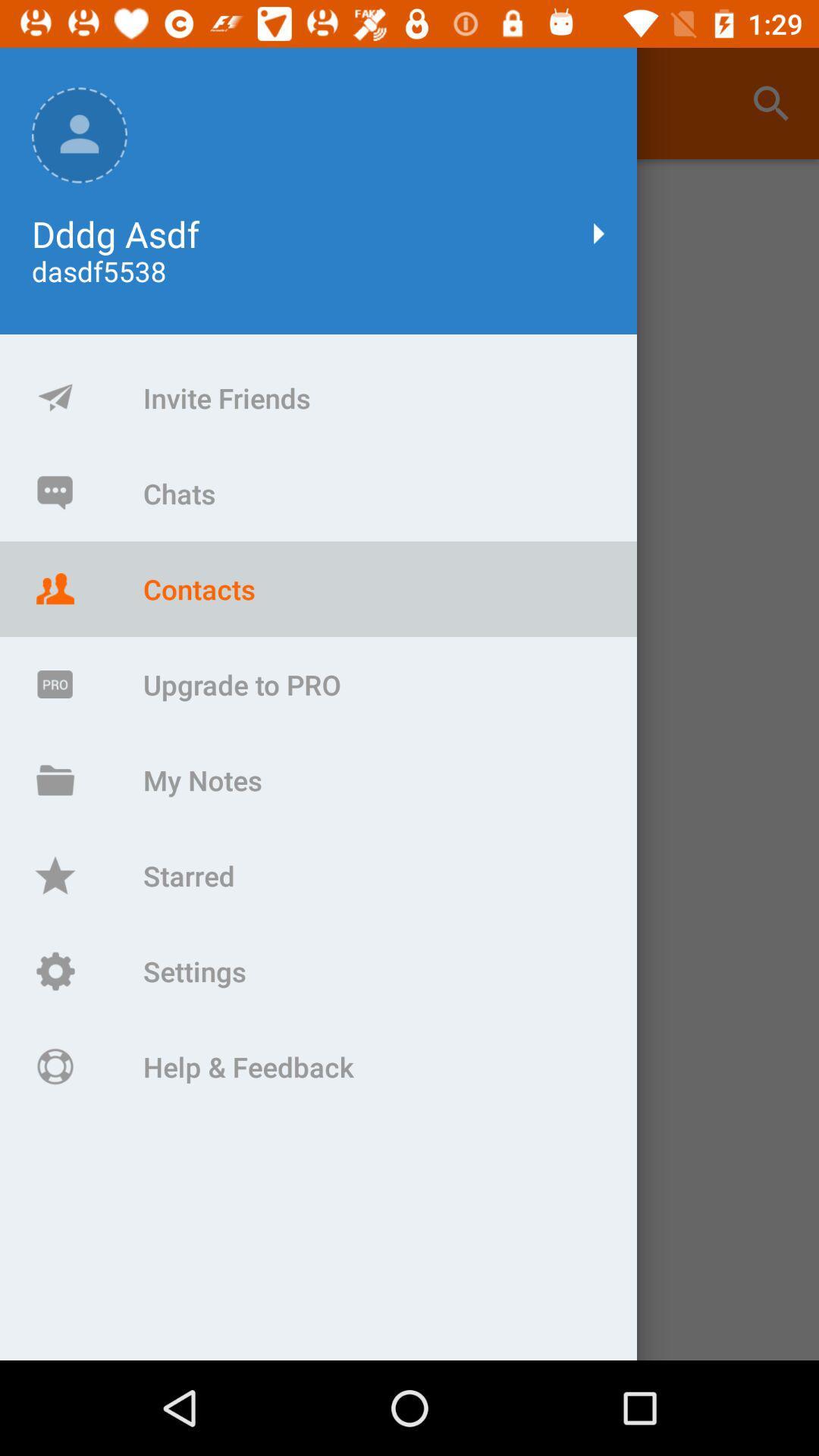  What do you see at coordinates (409, 760) in the screenshot?
I see `account profile` at bounding box center [409, 760].